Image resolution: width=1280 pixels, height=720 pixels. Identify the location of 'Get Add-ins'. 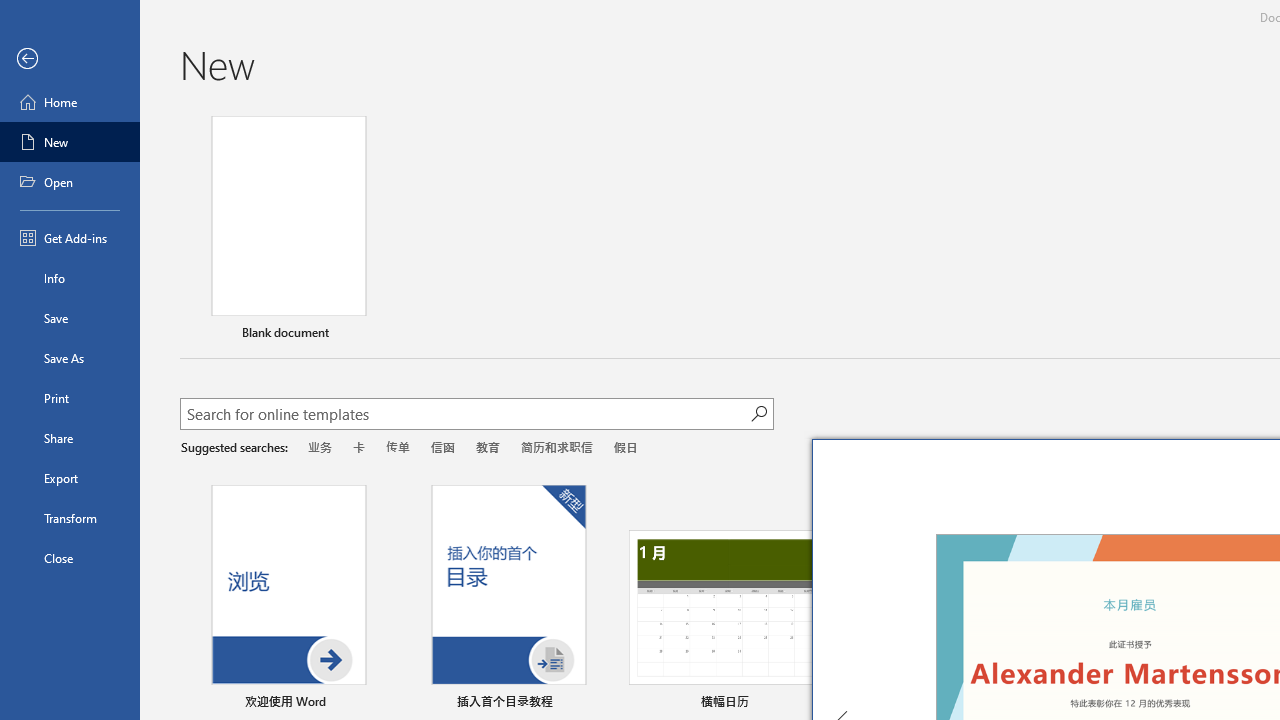
(69, 236).